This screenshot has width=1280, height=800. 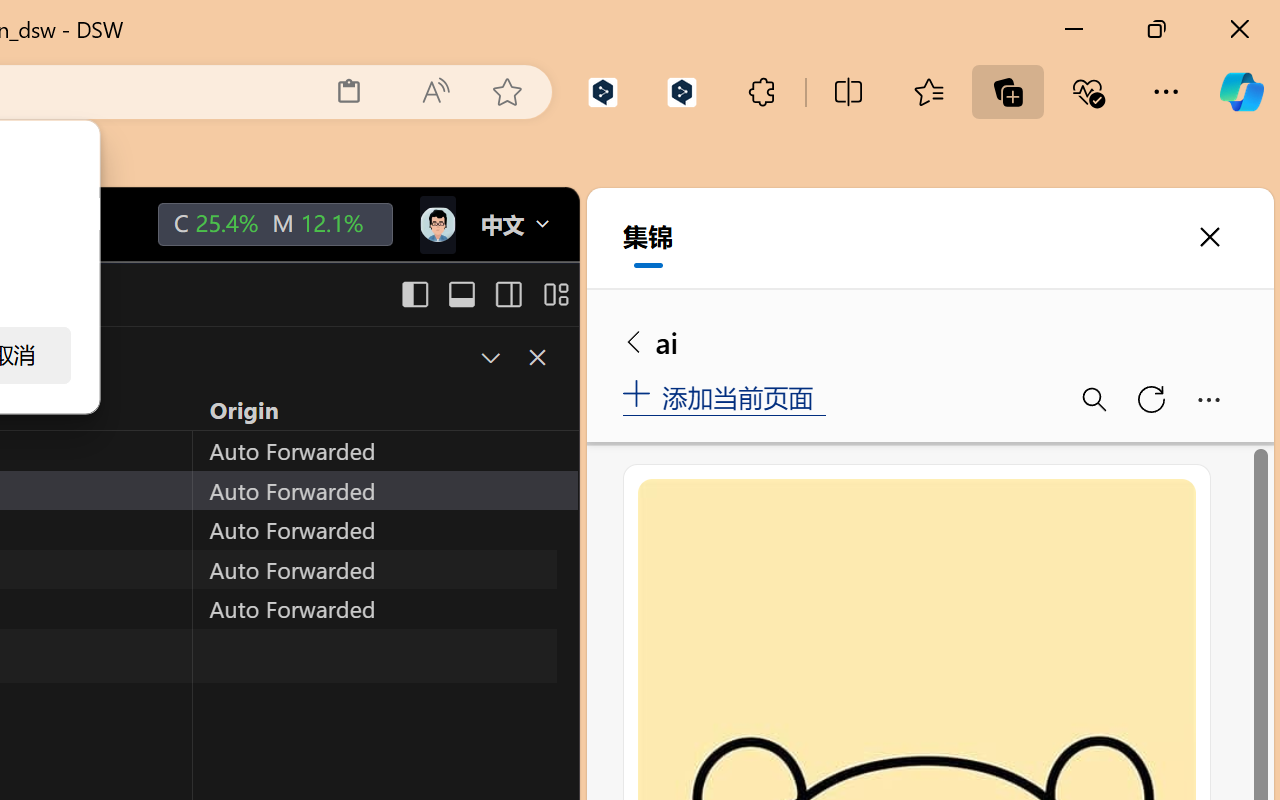 I want to click on 'Close Panel', so click(x=536, y=357).